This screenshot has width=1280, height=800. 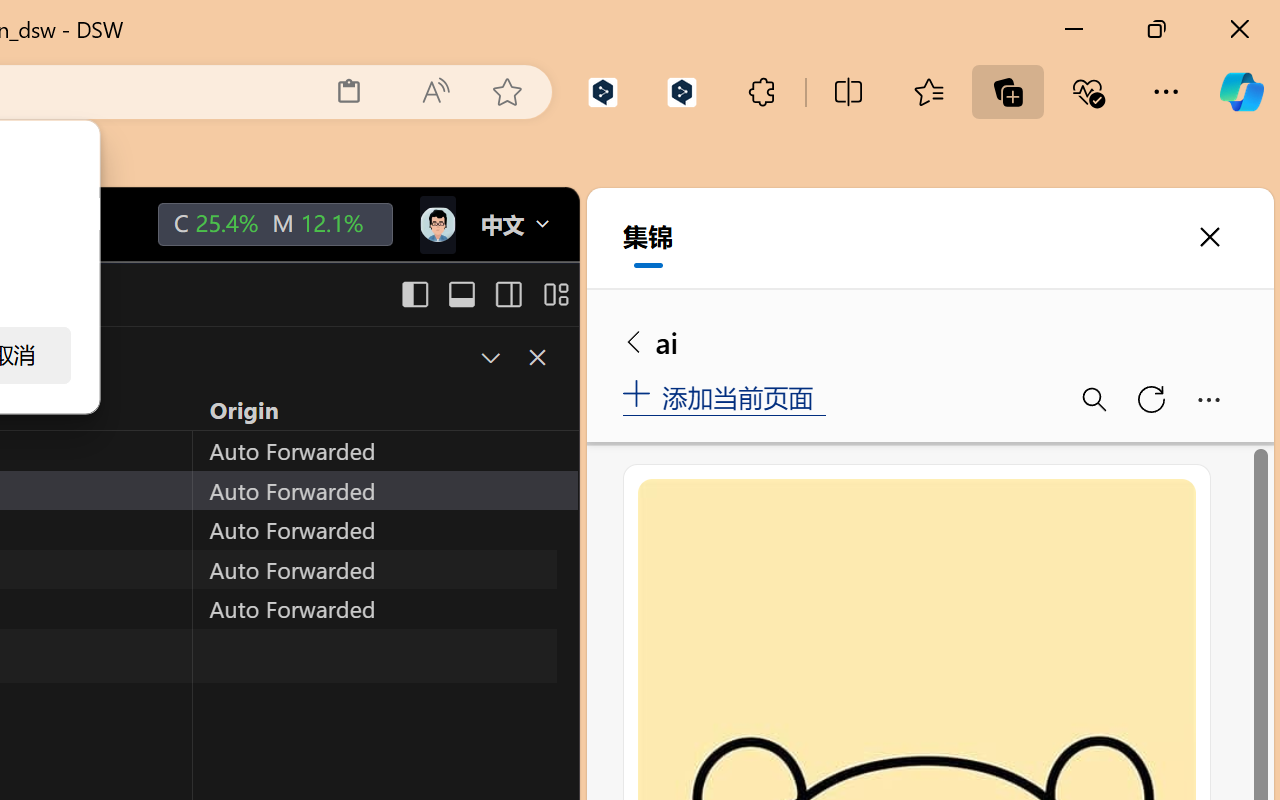 I want to click on 'Close Panel', so click(x=536, y=357).